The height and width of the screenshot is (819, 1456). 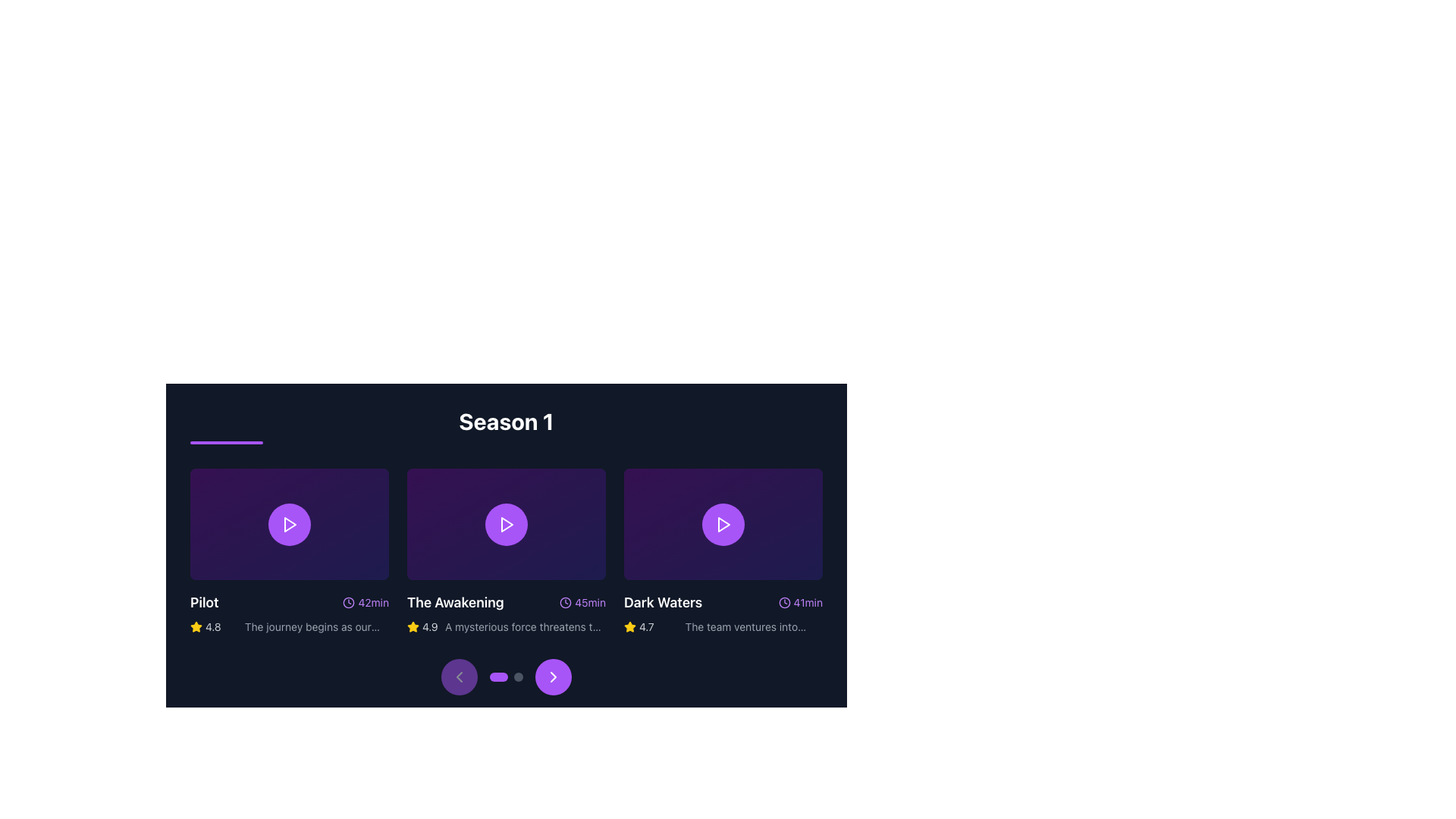 What do you see at coordinates (506, 676) in the screenshot?
I see `the left arrow of the slider navigation control located below the 'Season 1' video grid to move left` at bounding box center [506, 676].